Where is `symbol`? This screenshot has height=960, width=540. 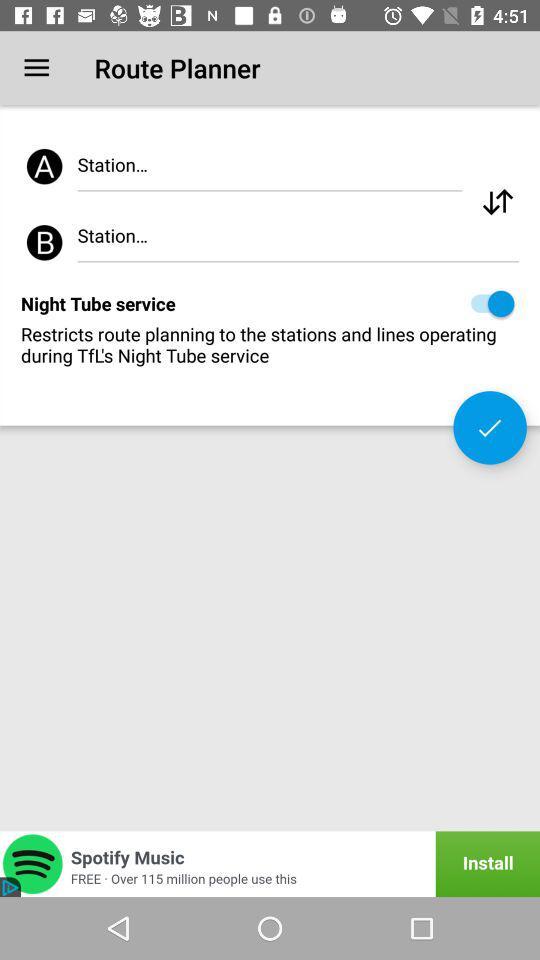 symbol is located at coordinates (496, 202).